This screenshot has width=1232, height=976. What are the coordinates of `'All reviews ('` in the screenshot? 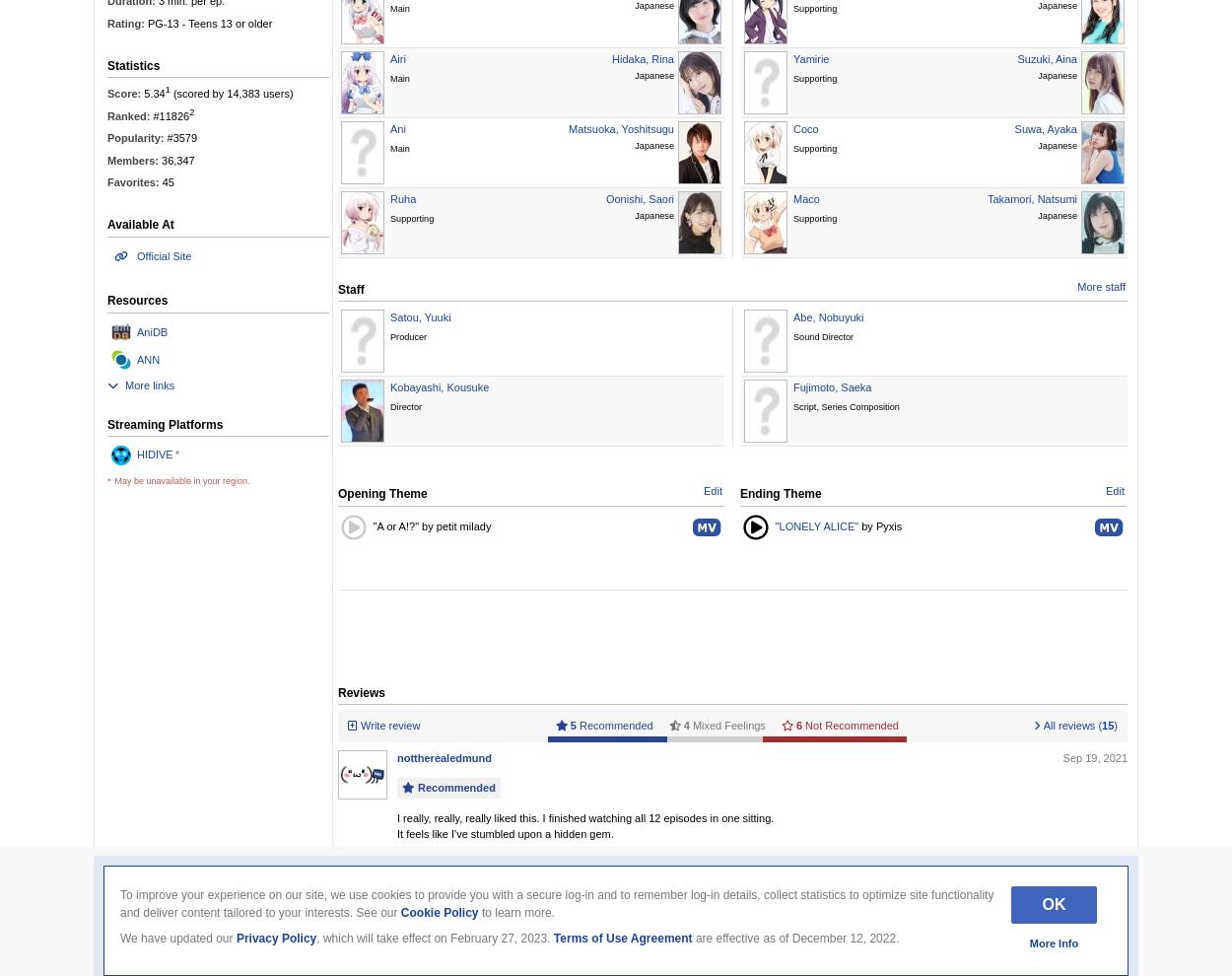 It's located at (1070, 724).